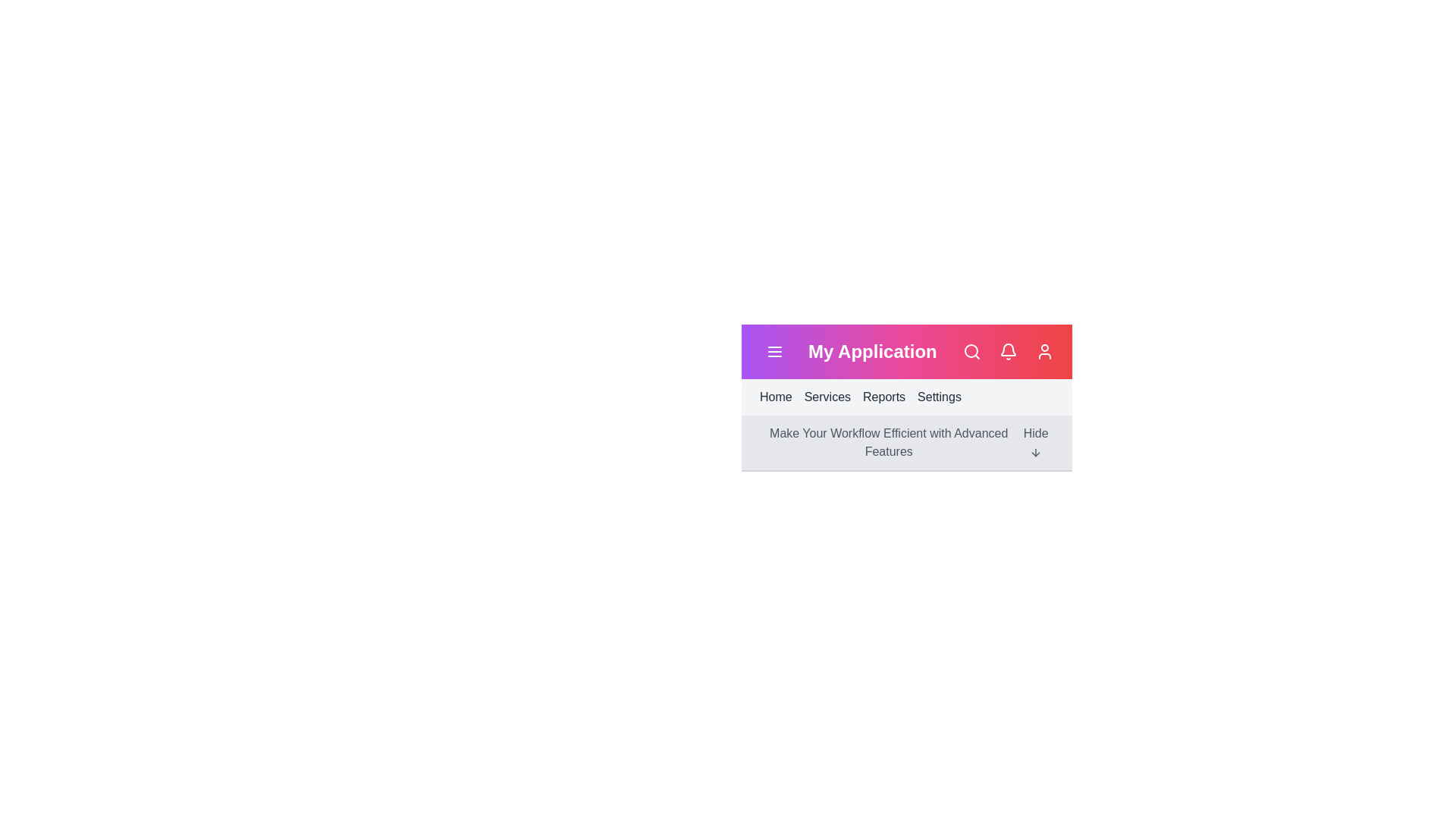 The width and height of the screenshot is (1456, 819). I want to click on the navigation link labeled Home to navigate to the corresponding section, so click(775, 397).